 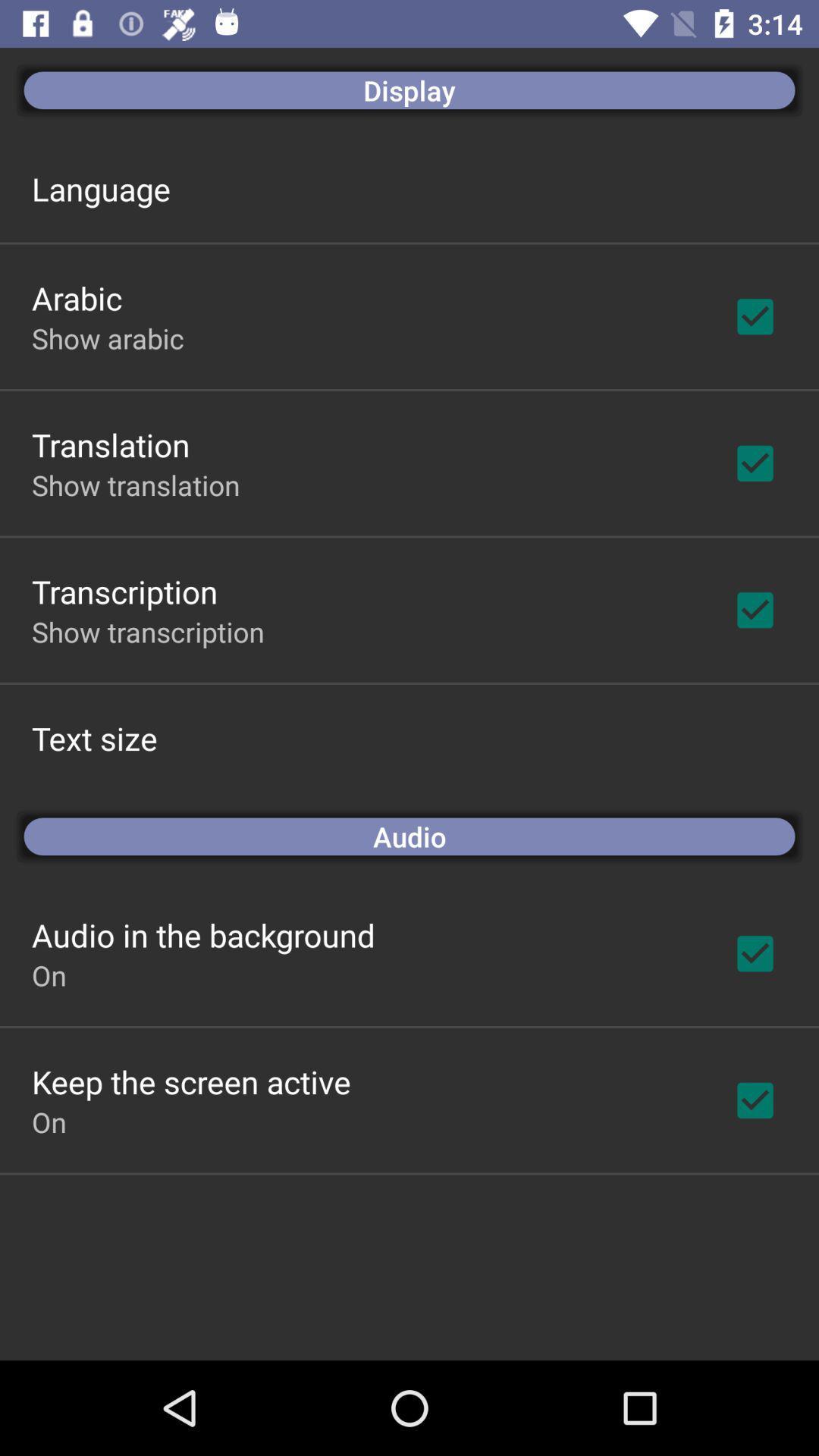 What do you see at coordinates (148, 632) in the screenshot?
I see `the item below the transcription icon` at bounding box center [148, 632].